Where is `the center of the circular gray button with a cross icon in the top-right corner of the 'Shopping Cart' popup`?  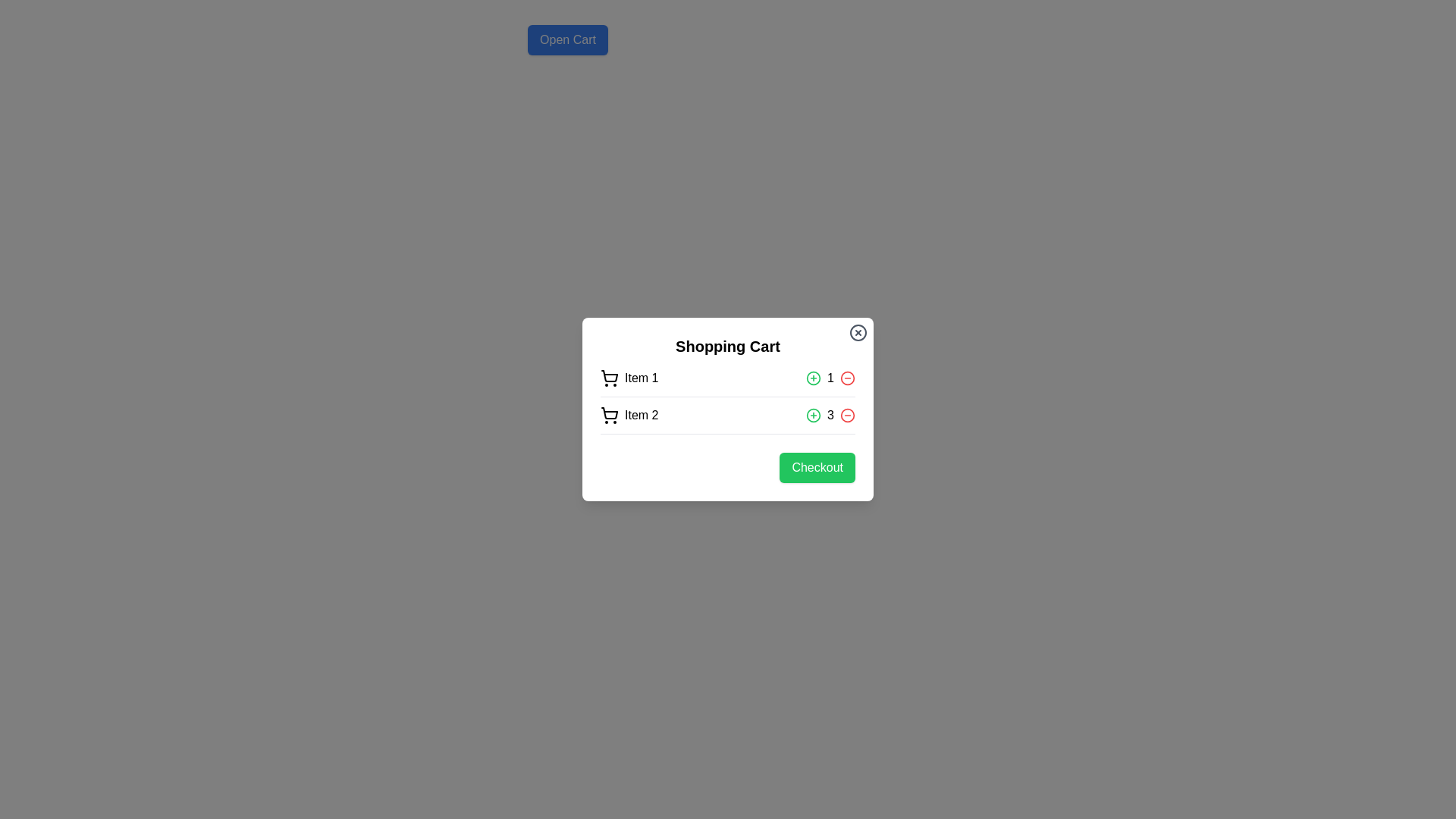
the center of the circular gray button with a cross icon in the top-right corner of the 'Shopping Cart' popup is located at coordinates (858, 332).